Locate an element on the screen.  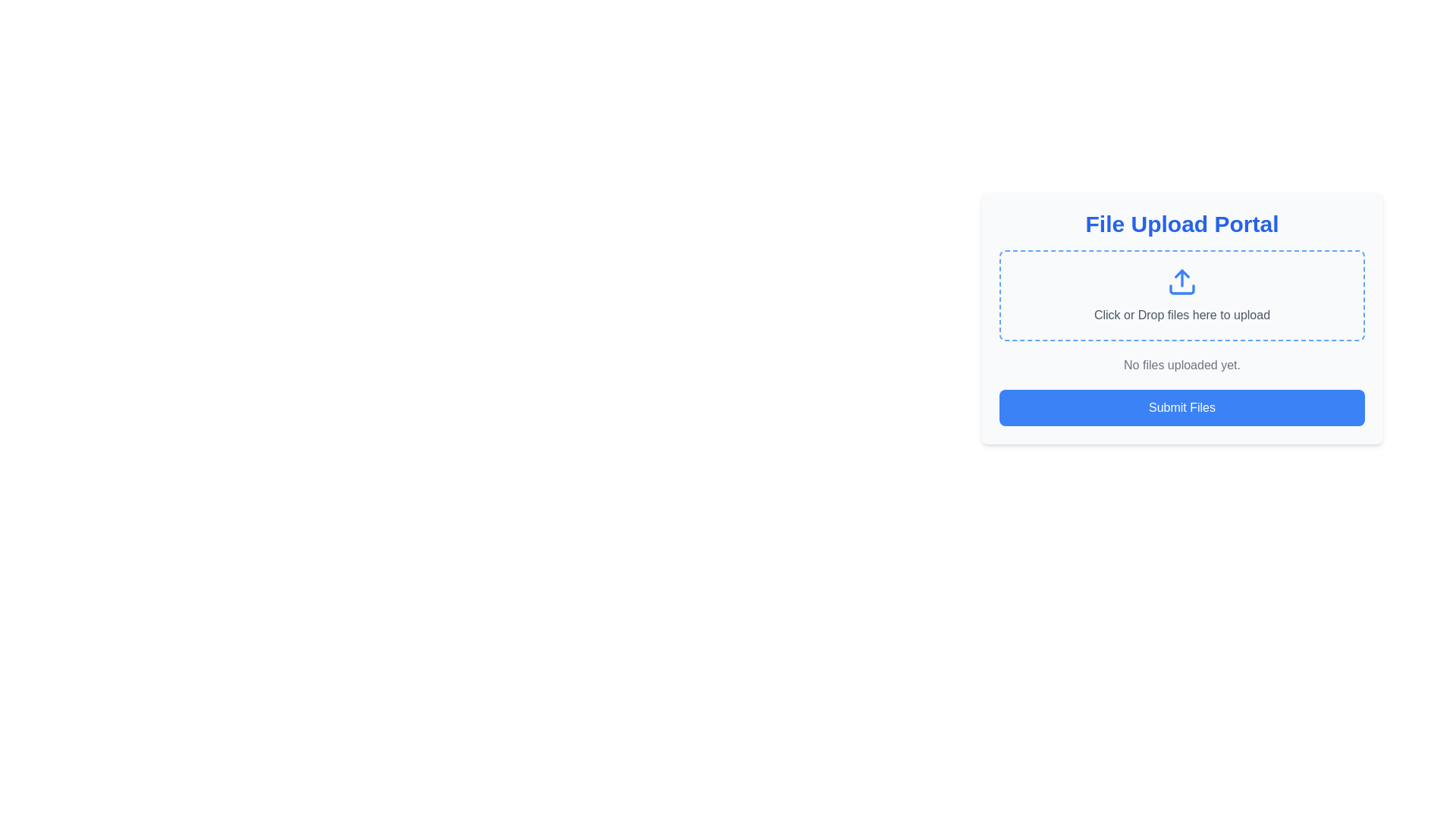
the text label that provides guidance for file uploads, positioned above the upload progress text is located at coordinates (1181, 315).